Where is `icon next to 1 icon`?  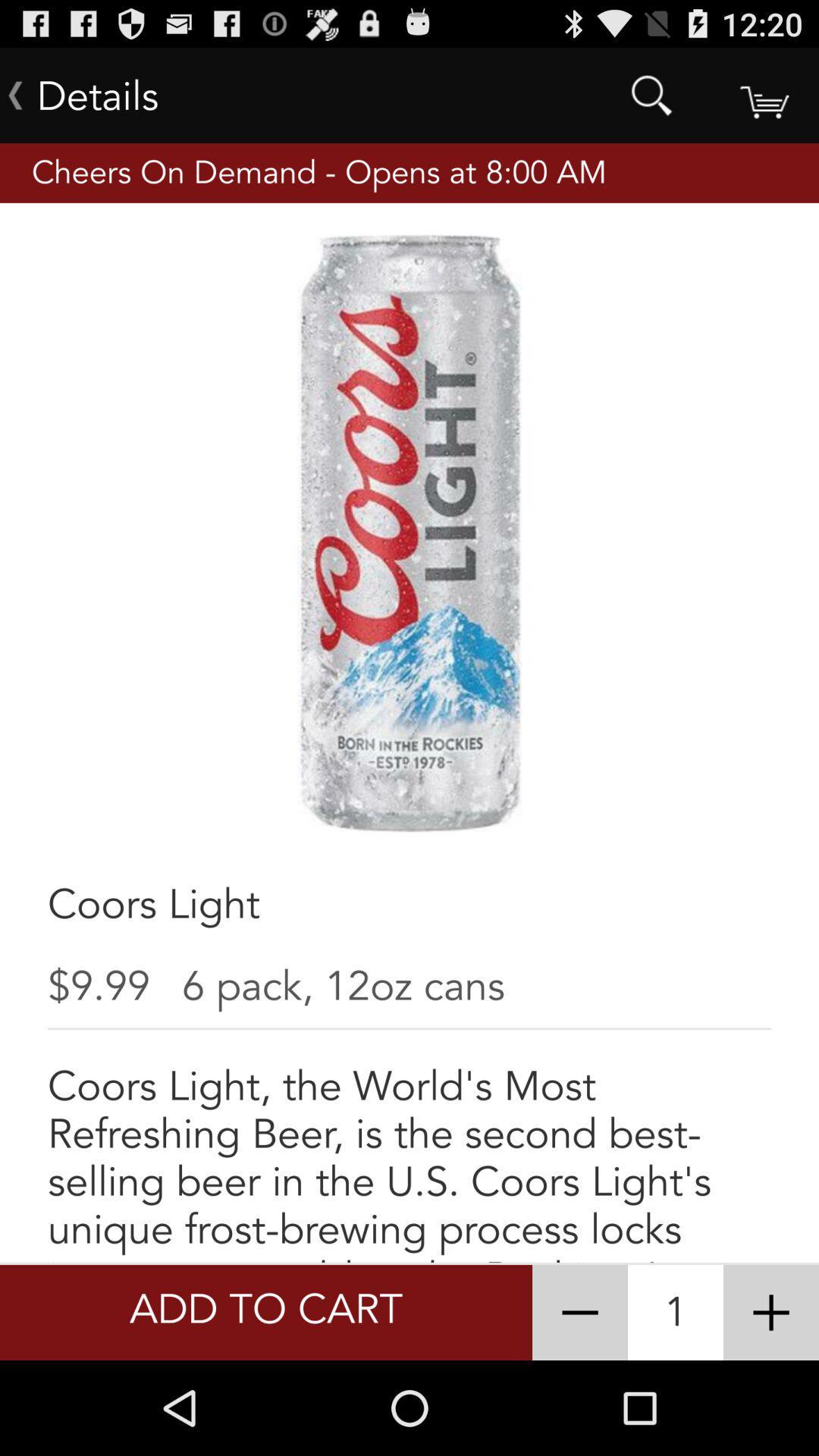
icon next to 1 icon is located at coordinates (579, 1312).